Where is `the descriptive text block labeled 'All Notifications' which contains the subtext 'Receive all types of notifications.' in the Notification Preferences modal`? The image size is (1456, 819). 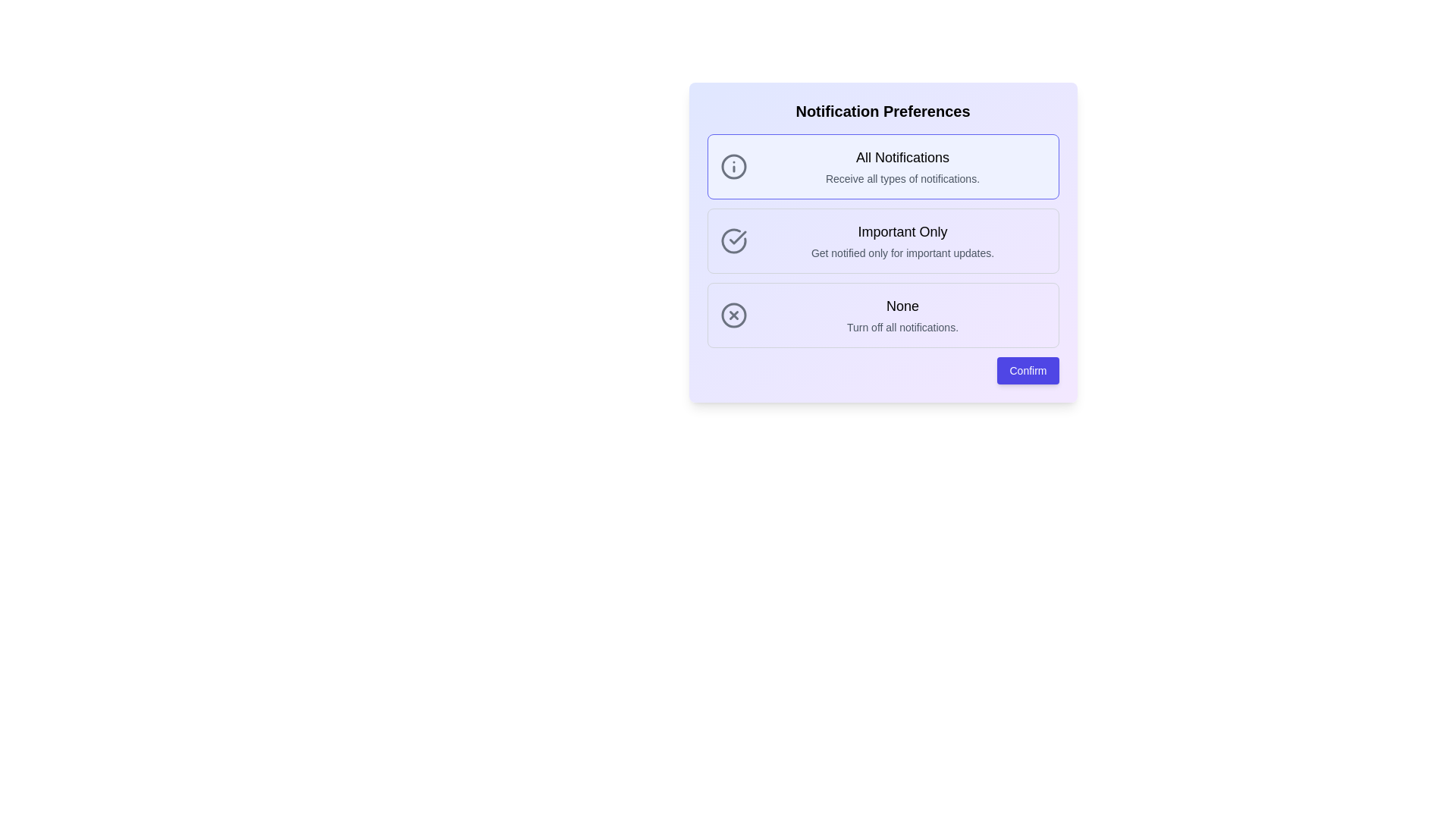 the descriptive text block labeled 'All Notifications' which contains the subtext 'Receive all types of notifications.' in the Notification Preferences modal is located at coordinates (902, 166).